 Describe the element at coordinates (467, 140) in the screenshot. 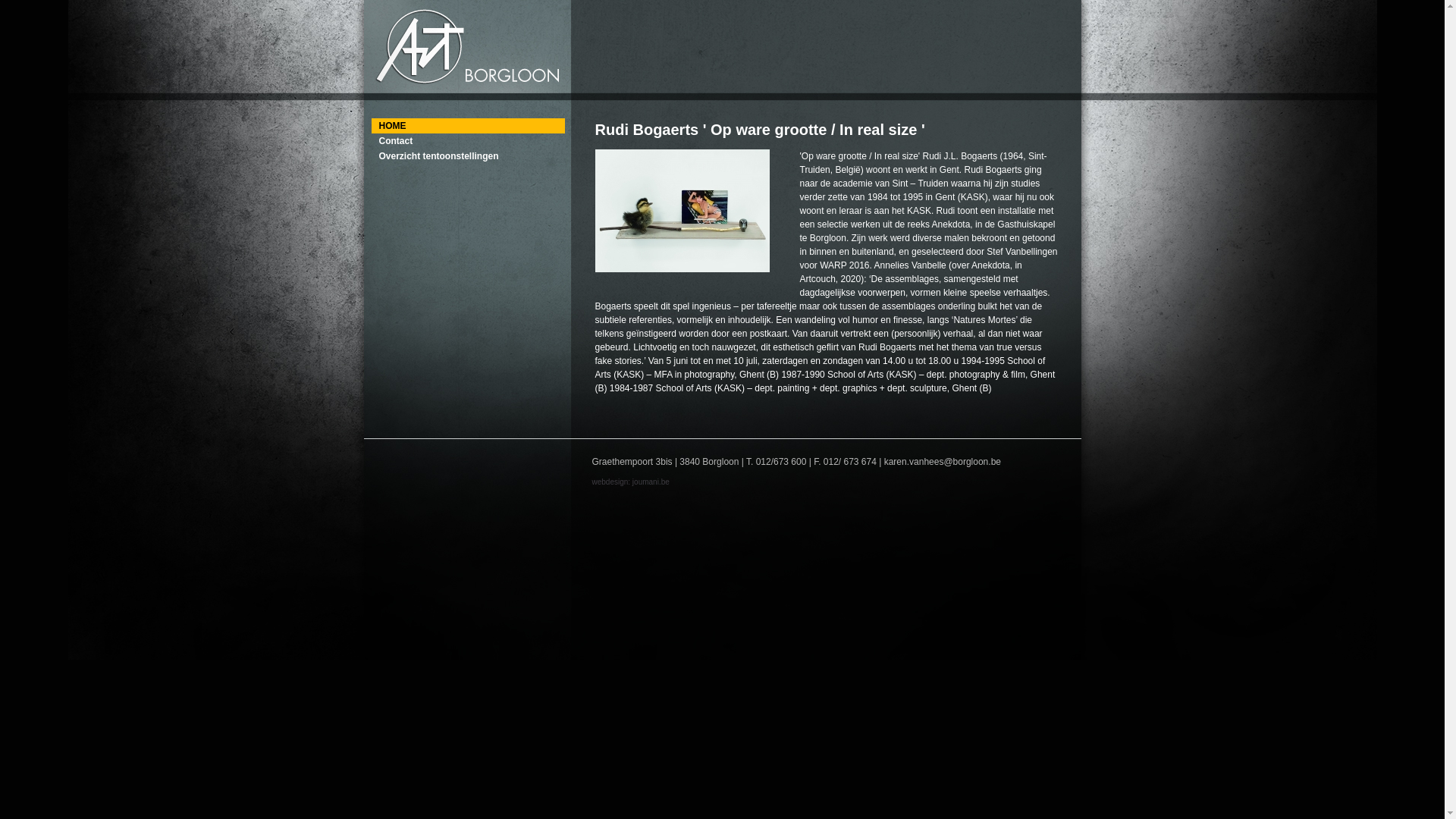

I see `'Contact'` at that location.